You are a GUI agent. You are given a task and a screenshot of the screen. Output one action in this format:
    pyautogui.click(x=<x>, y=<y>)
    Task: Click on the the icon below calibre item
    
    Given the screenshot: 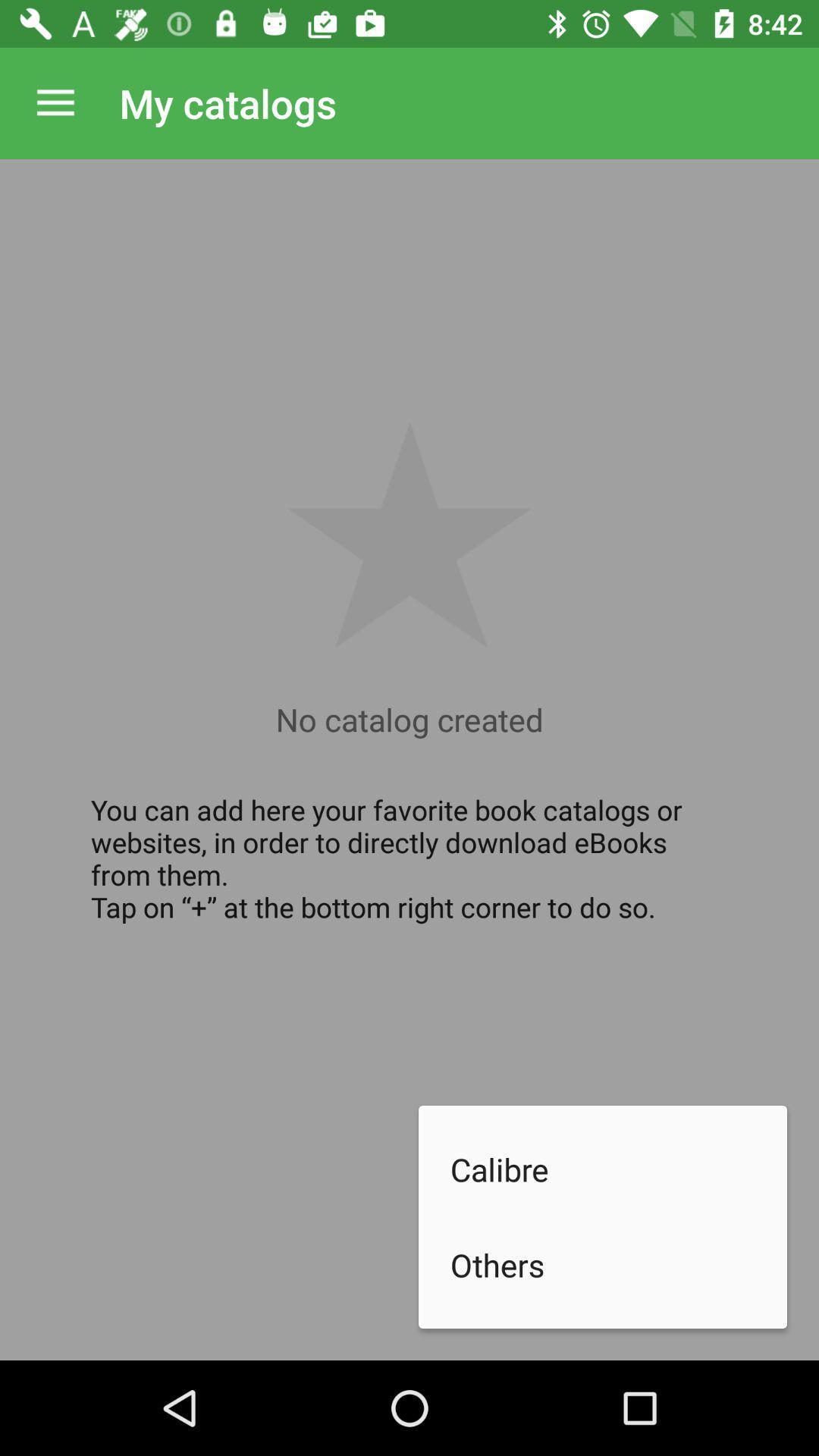 What is the action you would take?
    pyautogui.click(x=619, y=1265)
    